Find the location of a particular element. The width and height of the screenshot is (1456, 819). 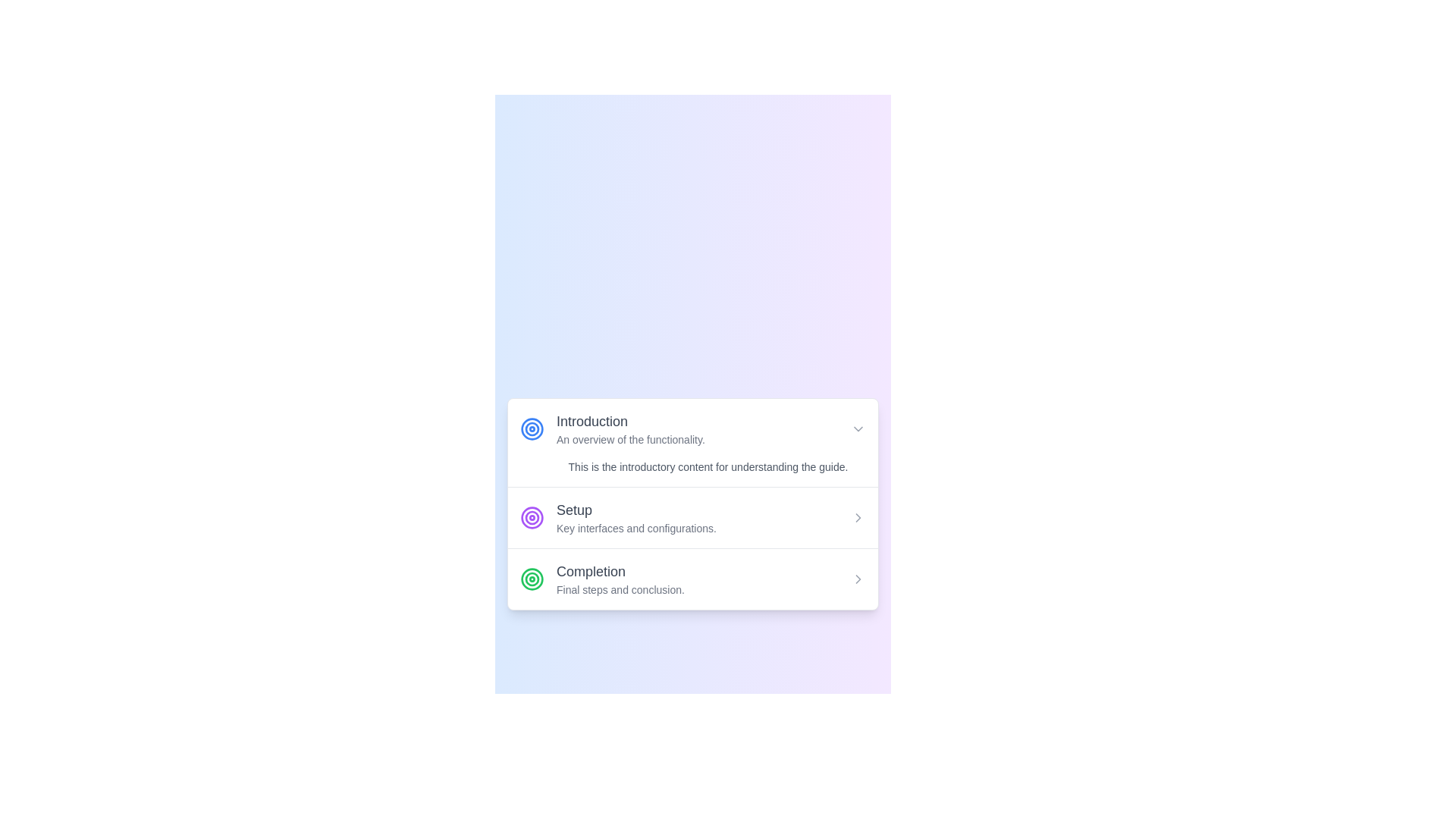

the circular purple target icon located to the left of the text 'Setup' in the second row of the Setup section list is located at coordinates (532, 516).